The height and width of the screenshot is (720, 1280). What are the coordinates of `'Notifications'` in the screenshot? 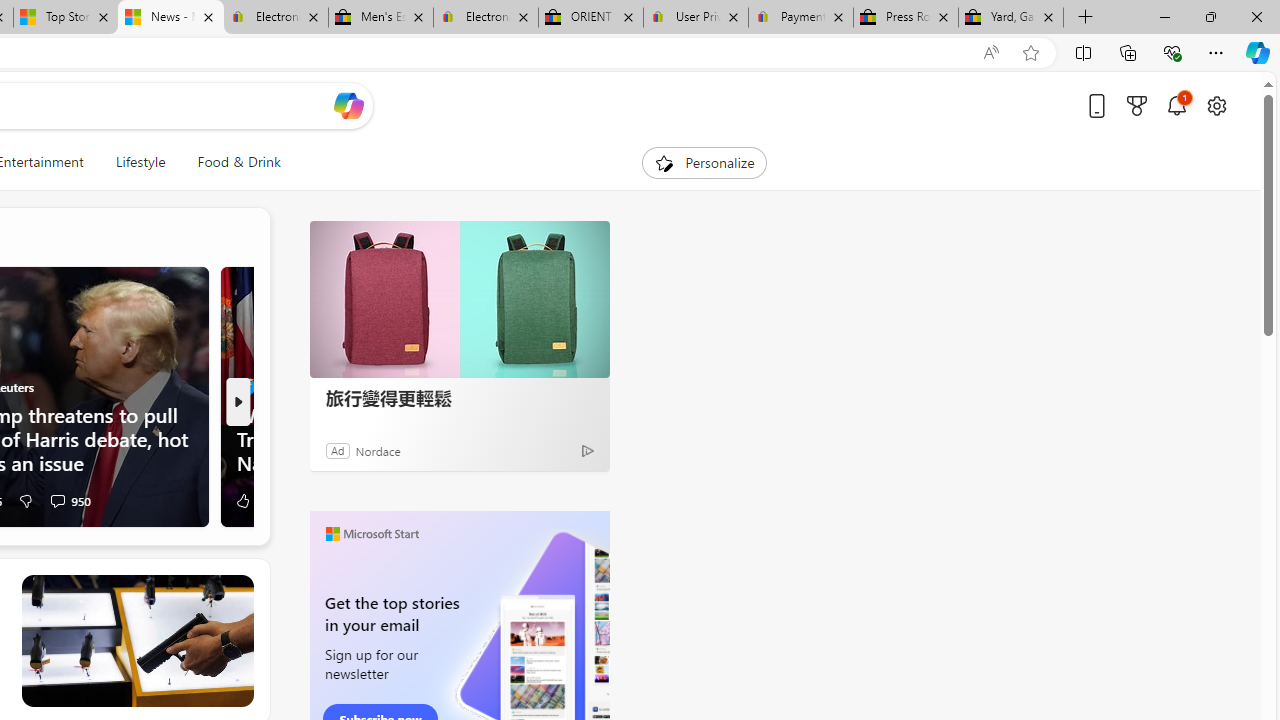 It's located at (1176, 105).